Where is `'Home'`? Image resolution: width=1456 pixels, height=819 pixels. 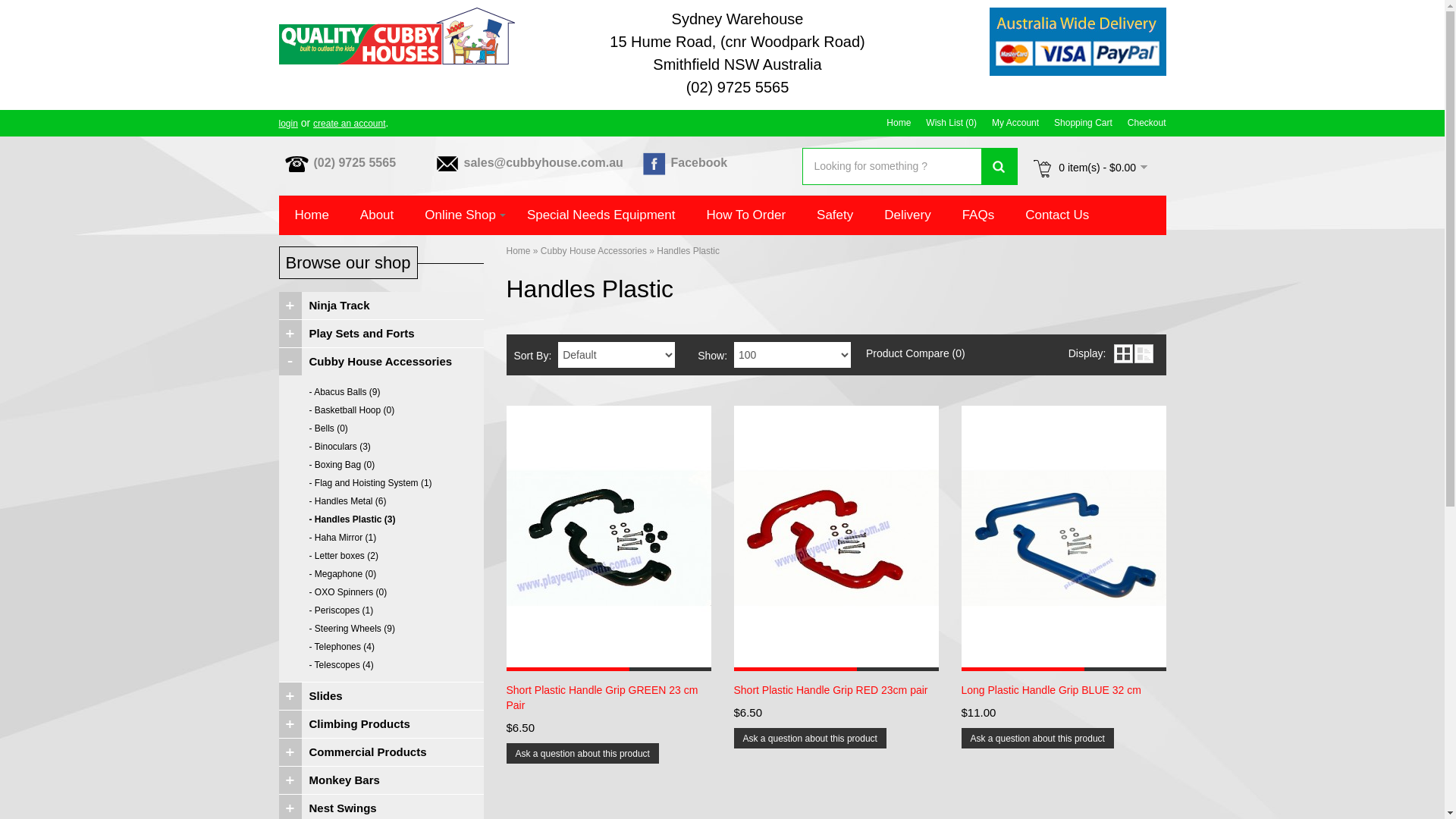
'Home' is located at coordinates (506, 250).